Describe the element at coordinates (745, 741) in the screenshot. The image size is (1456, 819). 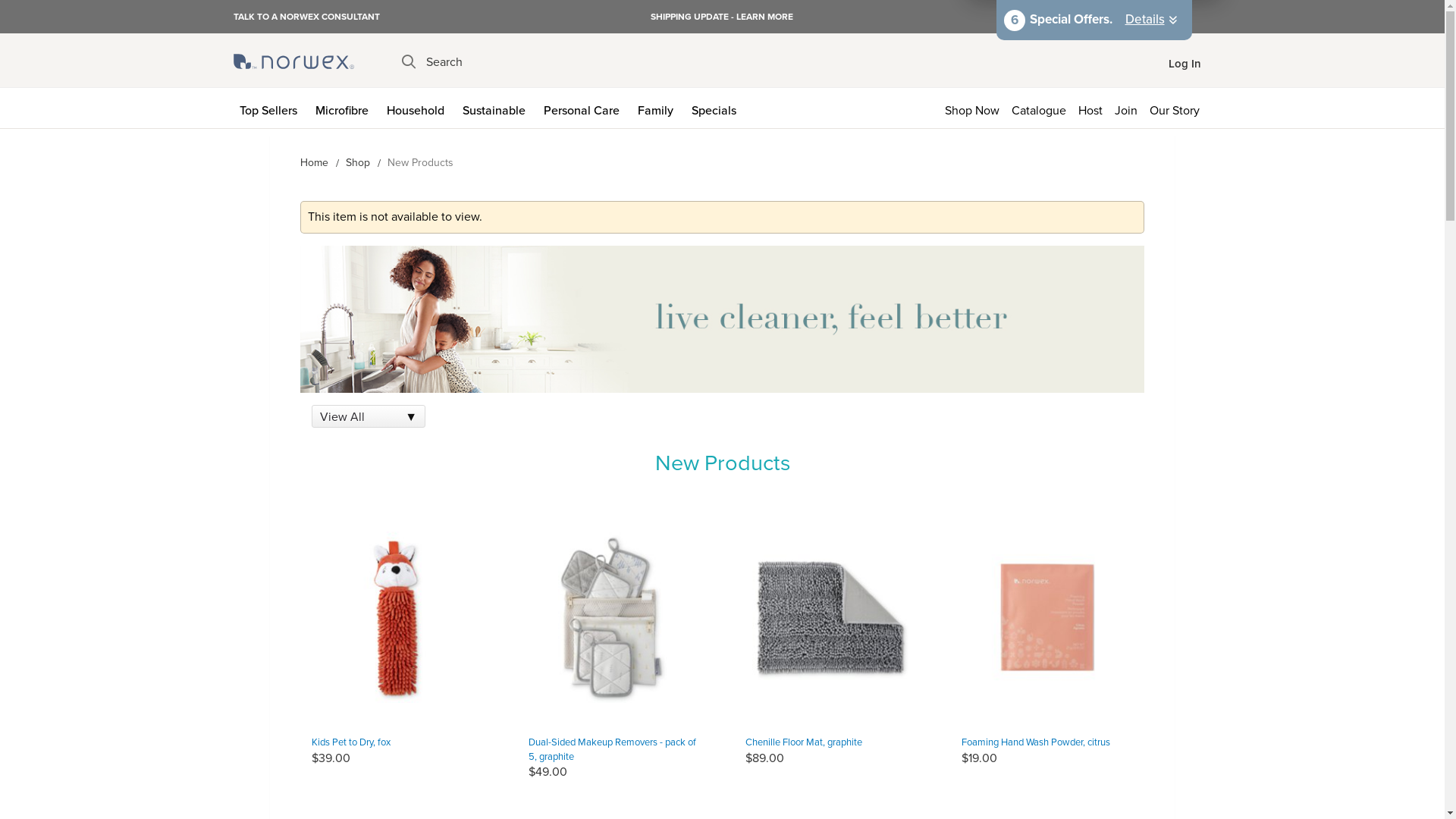
I see `'Chenille Floor Mat, graphite'` at that location.